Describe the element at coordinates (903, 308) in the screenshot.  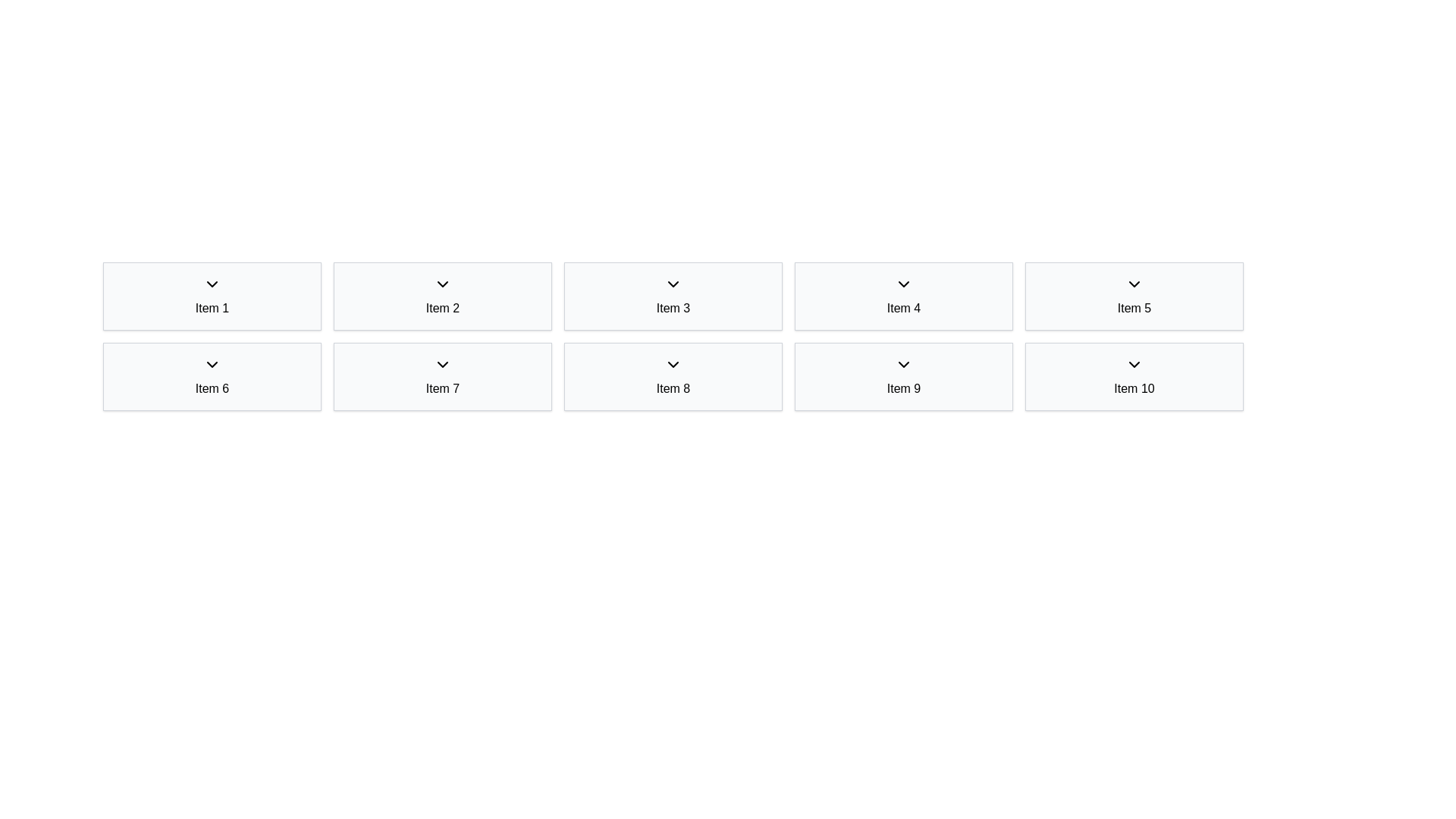
I see `the static text label that displays 'Item 4', which is styled with a medium font weight and is positioned in a light gray rectangular box in the first row, fourth position from the left` at that location.